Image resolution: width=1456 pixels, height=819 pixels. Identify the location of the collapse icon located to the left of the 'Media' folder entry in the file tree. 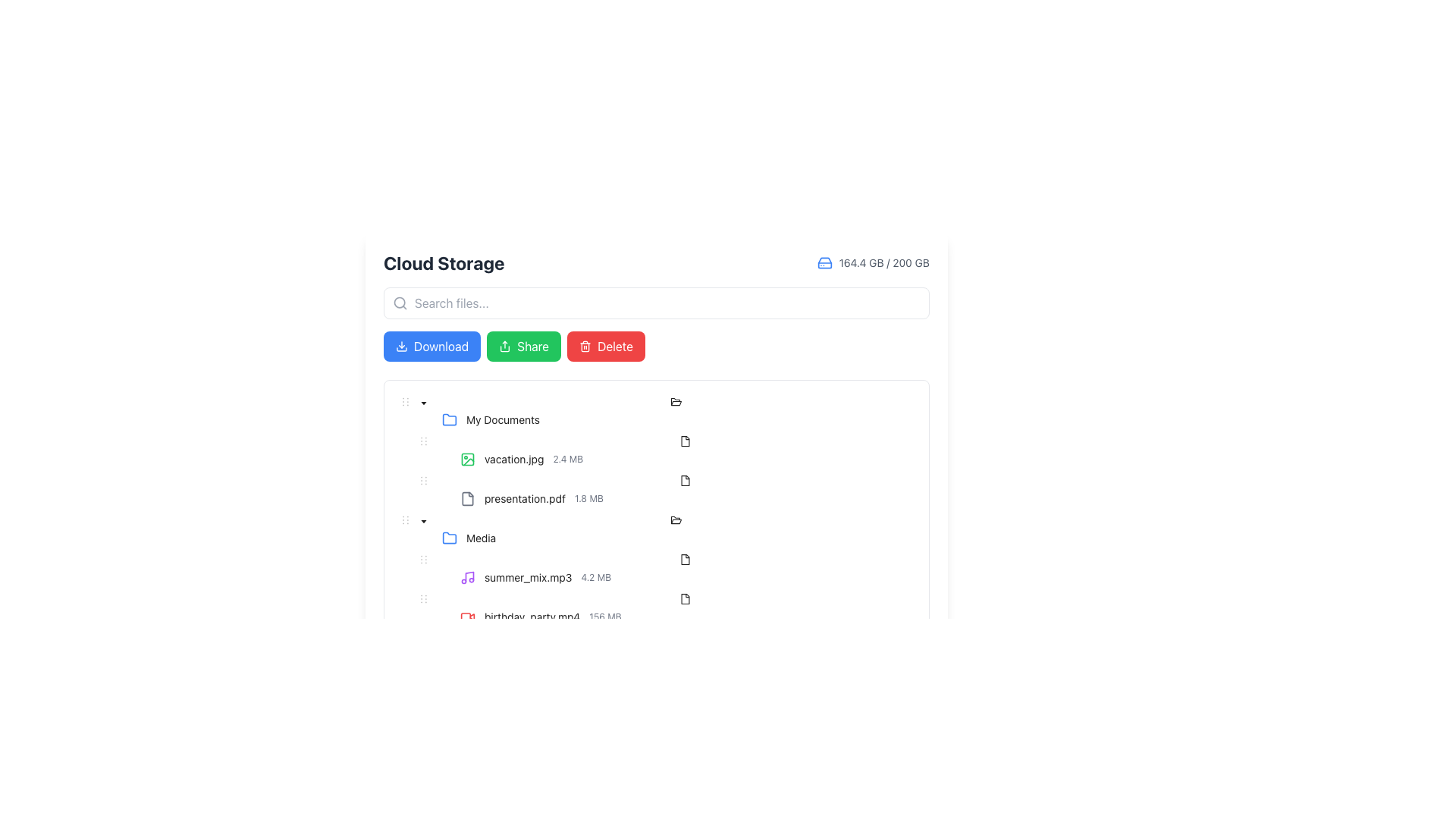
(423, 520).